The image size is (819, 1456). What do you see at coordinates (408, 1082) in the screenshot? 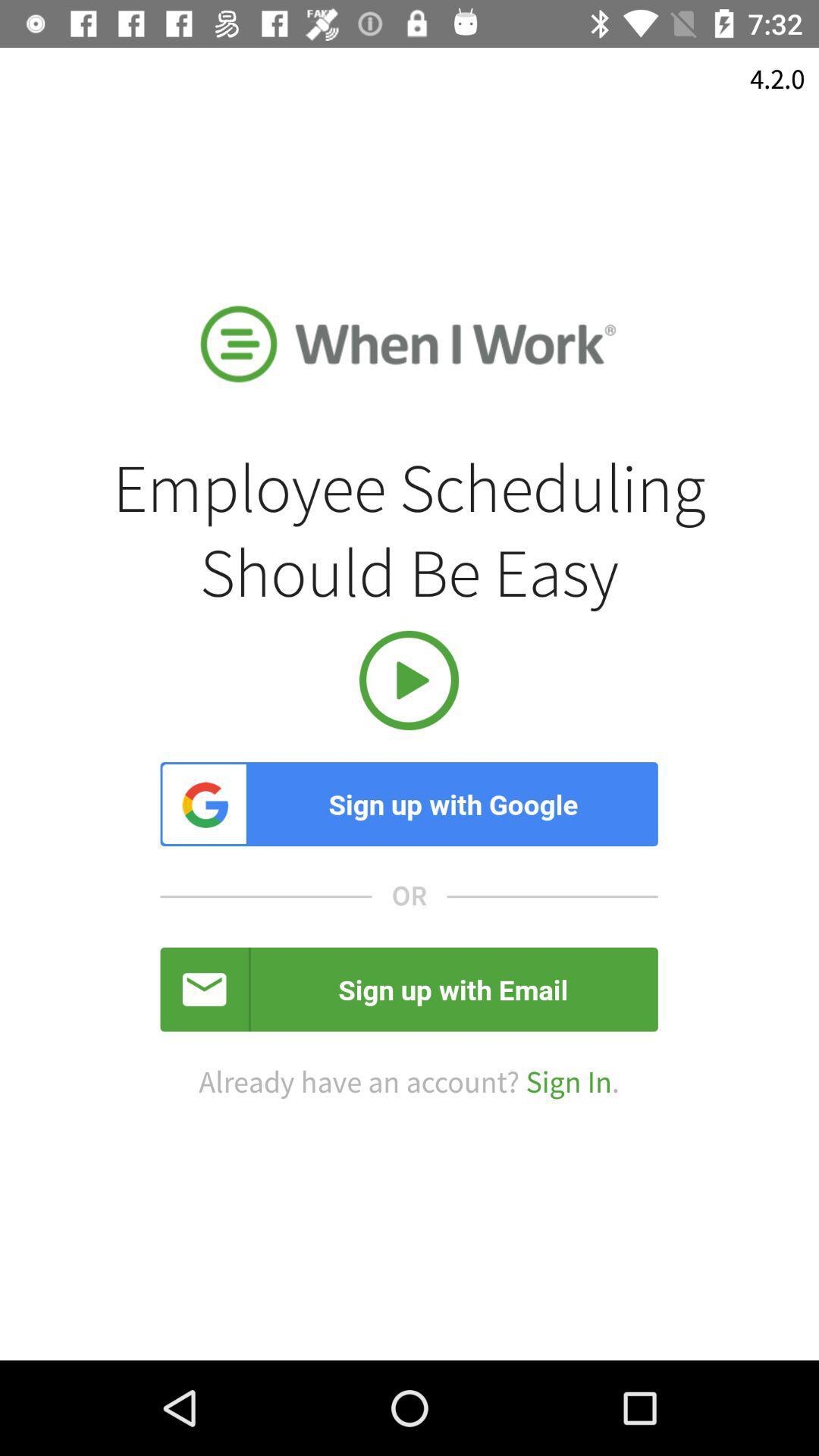
I see `the already have an item` at bounding box center [408, 1082].